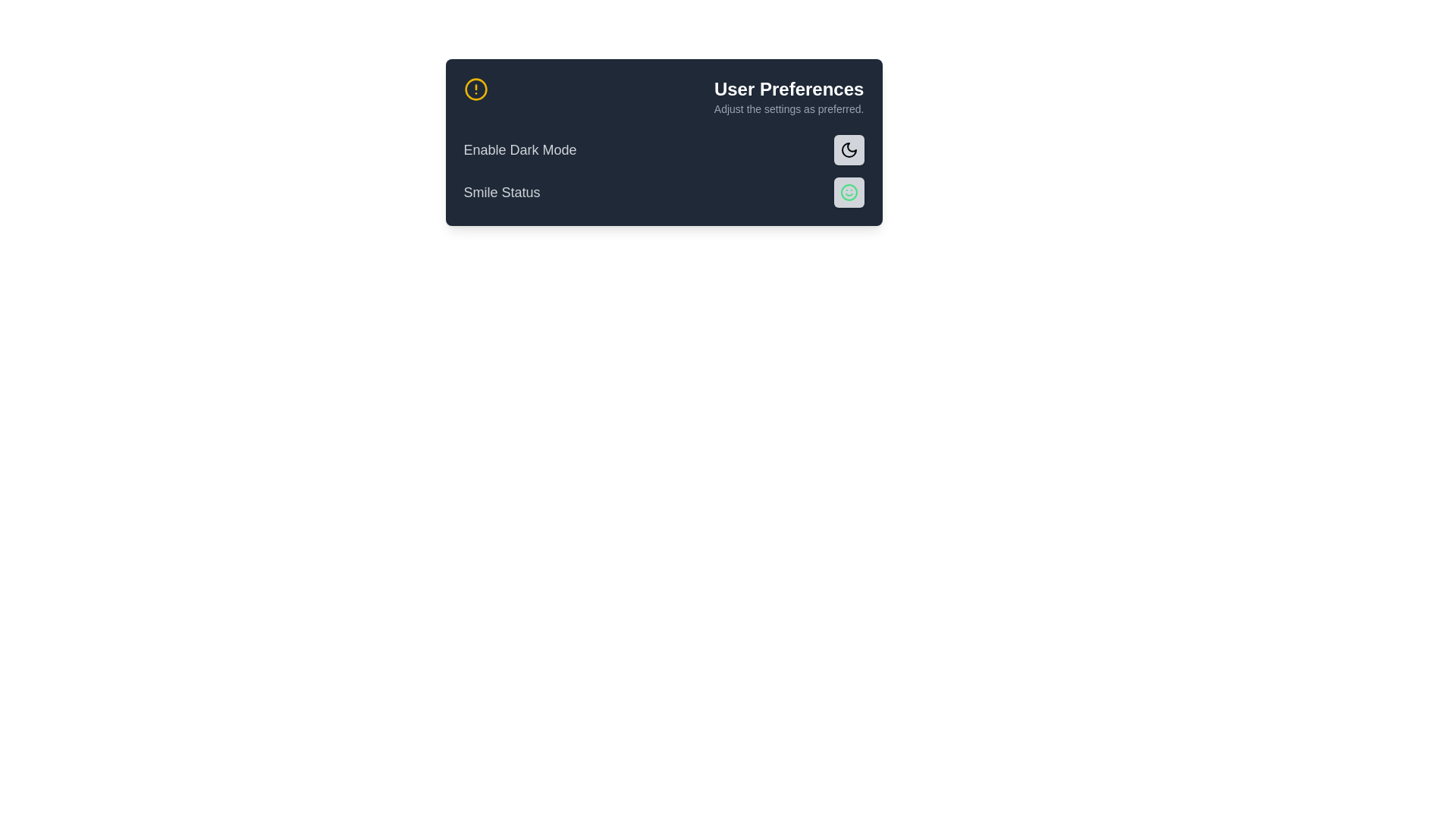 The width and height of the screenshot is (1456, 819). I want to click on the moon icon in the top-right section of the 'User Preferences' card, so click(848, 149).